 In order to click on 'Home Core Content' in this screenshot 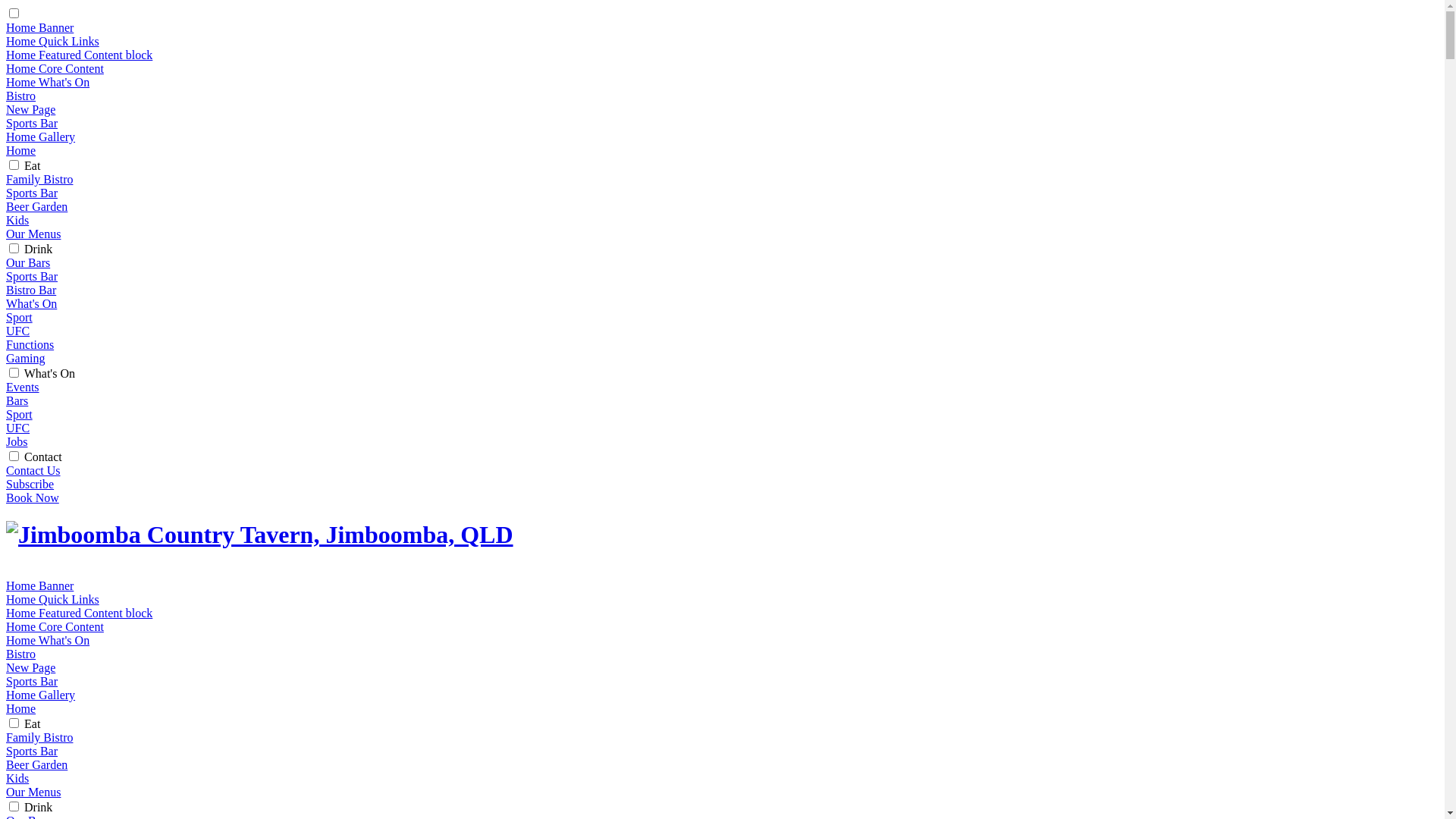, I will do `click(55, 68)`.